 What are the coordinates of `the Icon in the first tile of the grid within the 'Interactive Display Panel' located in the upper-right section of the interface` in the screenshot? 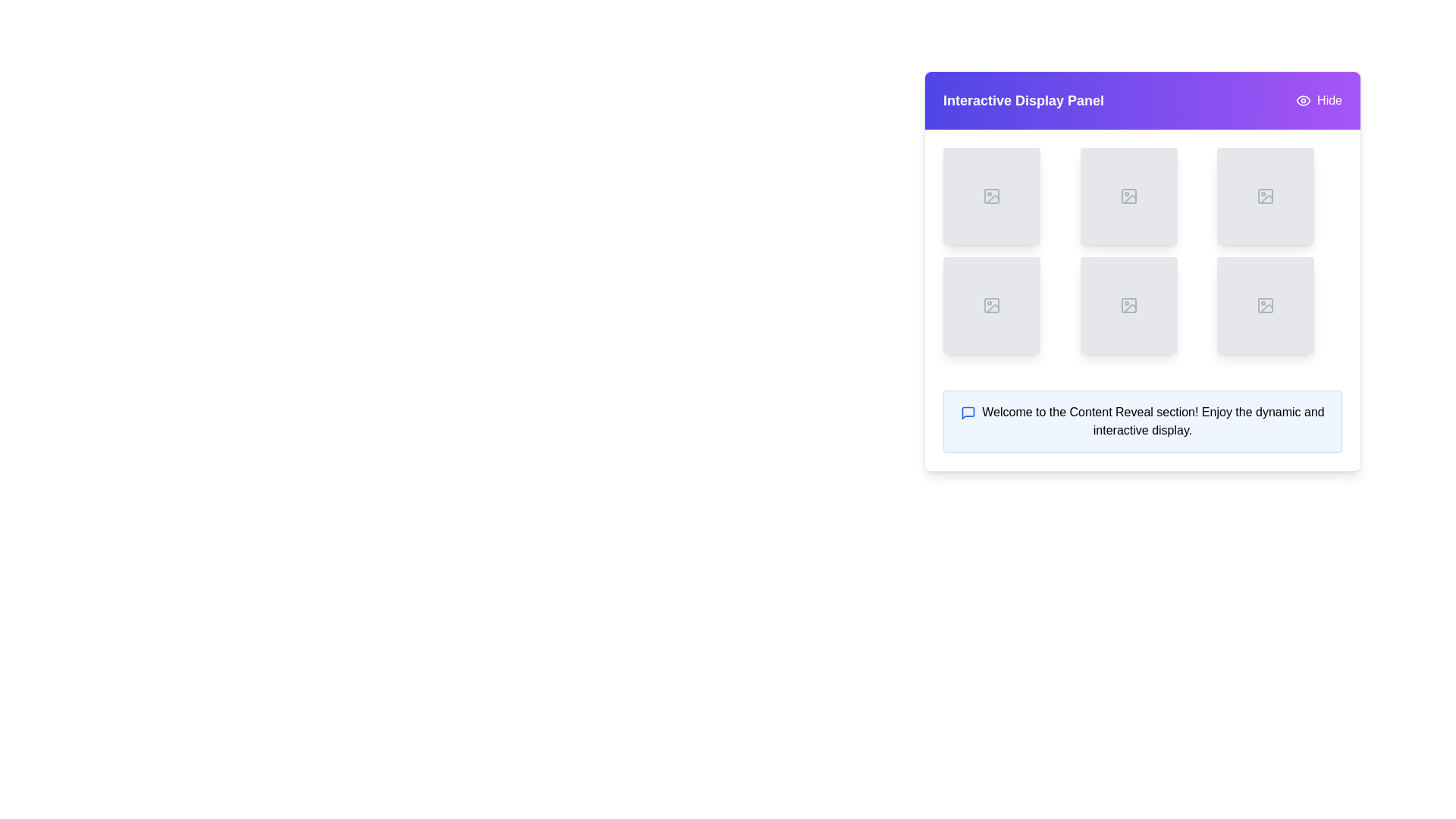 It's located at (992, 195).